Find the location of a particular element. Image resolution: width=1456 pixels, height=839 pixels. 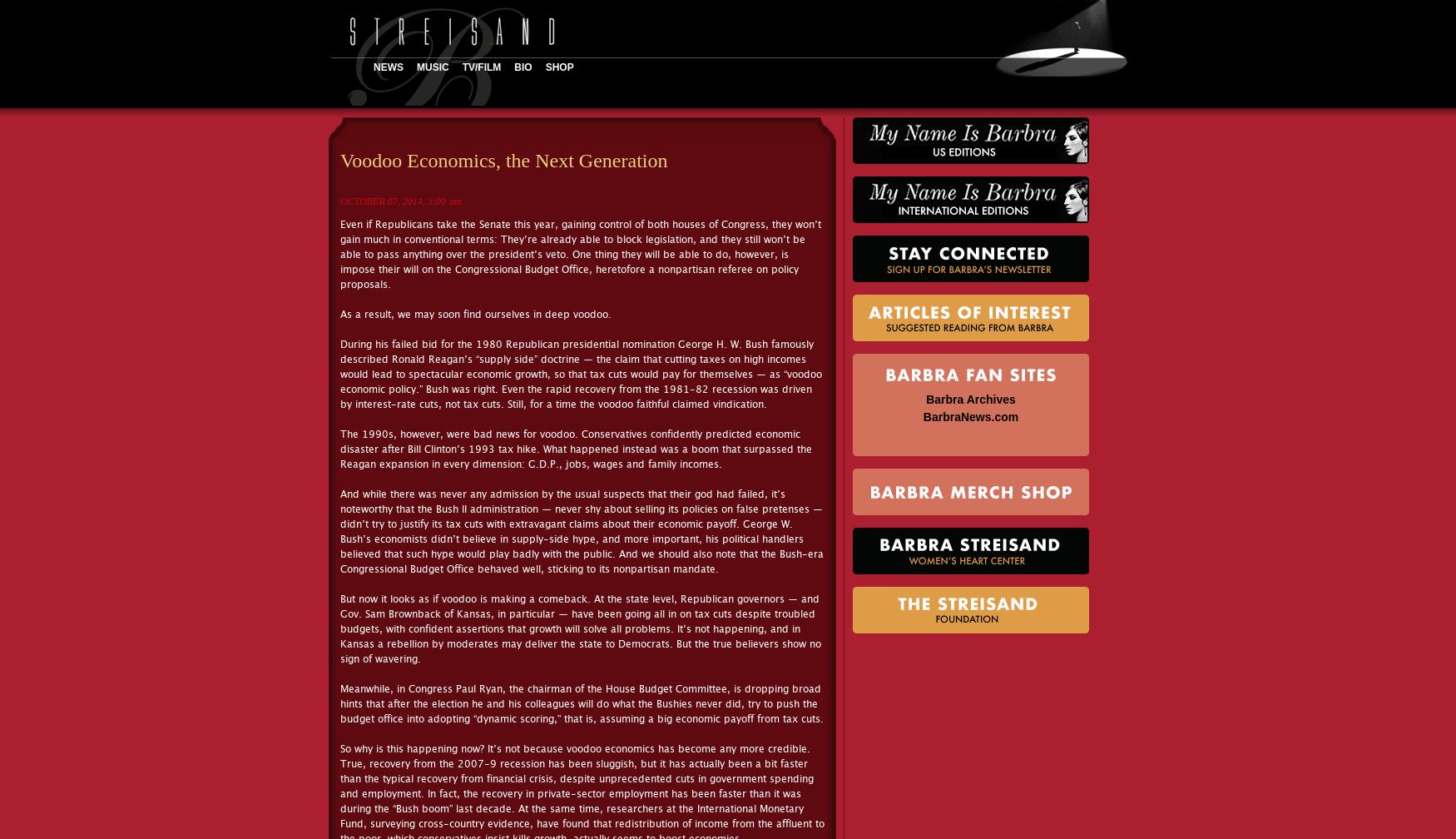

'And while there was never any admission by the usual suspects that their god had failed, it’s noteworthy that the Bush II administration — never shy about selling its policies on false pretenses — didn’t try to justify its tax cuts with extravagant claims about their economic payoff. George W. Bush’s economists didn’t believe in supply-side hype, and more important, his political handlers believed that such hype would play badly with the public. And we should also note that the Bush-era Congressional Budget Office behaved well, sticking to its nonpartisan mandate.' is located at coordinates (582, 531).